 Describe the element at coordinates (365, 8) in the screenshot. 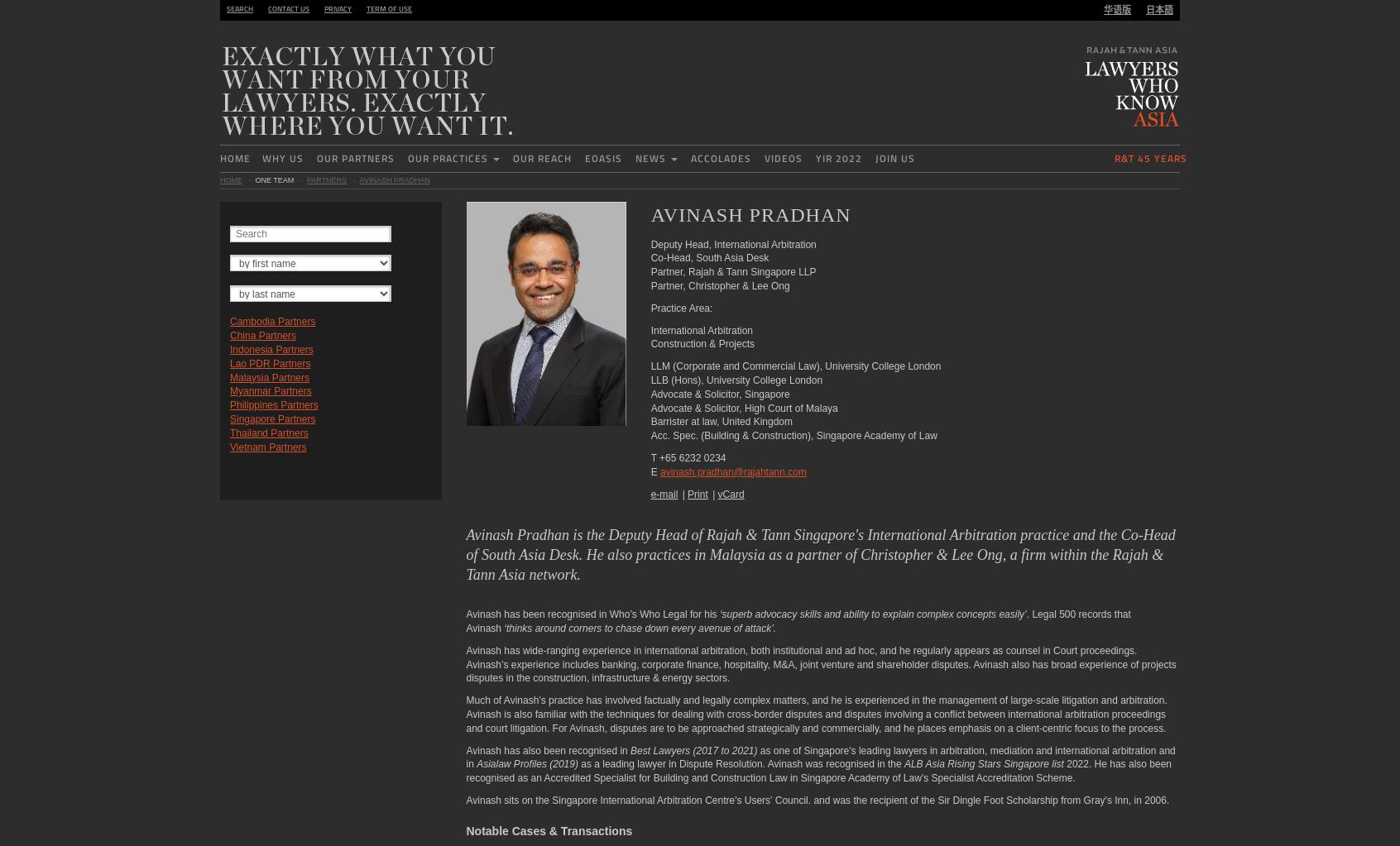

I see `'Term of use'` at that location.